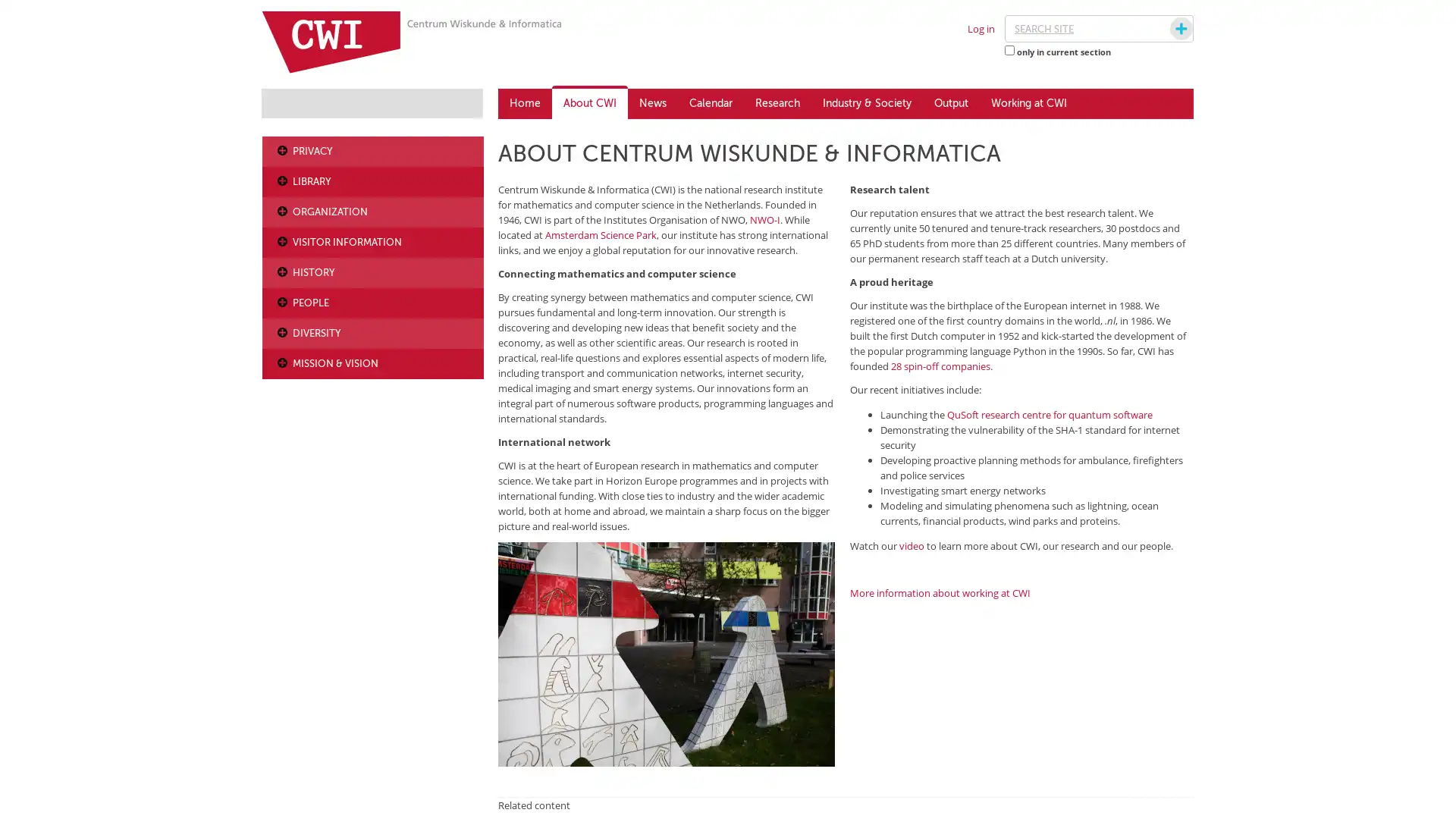 The image size is (1456, 819). I want to click on Search, so click(1166, 29).